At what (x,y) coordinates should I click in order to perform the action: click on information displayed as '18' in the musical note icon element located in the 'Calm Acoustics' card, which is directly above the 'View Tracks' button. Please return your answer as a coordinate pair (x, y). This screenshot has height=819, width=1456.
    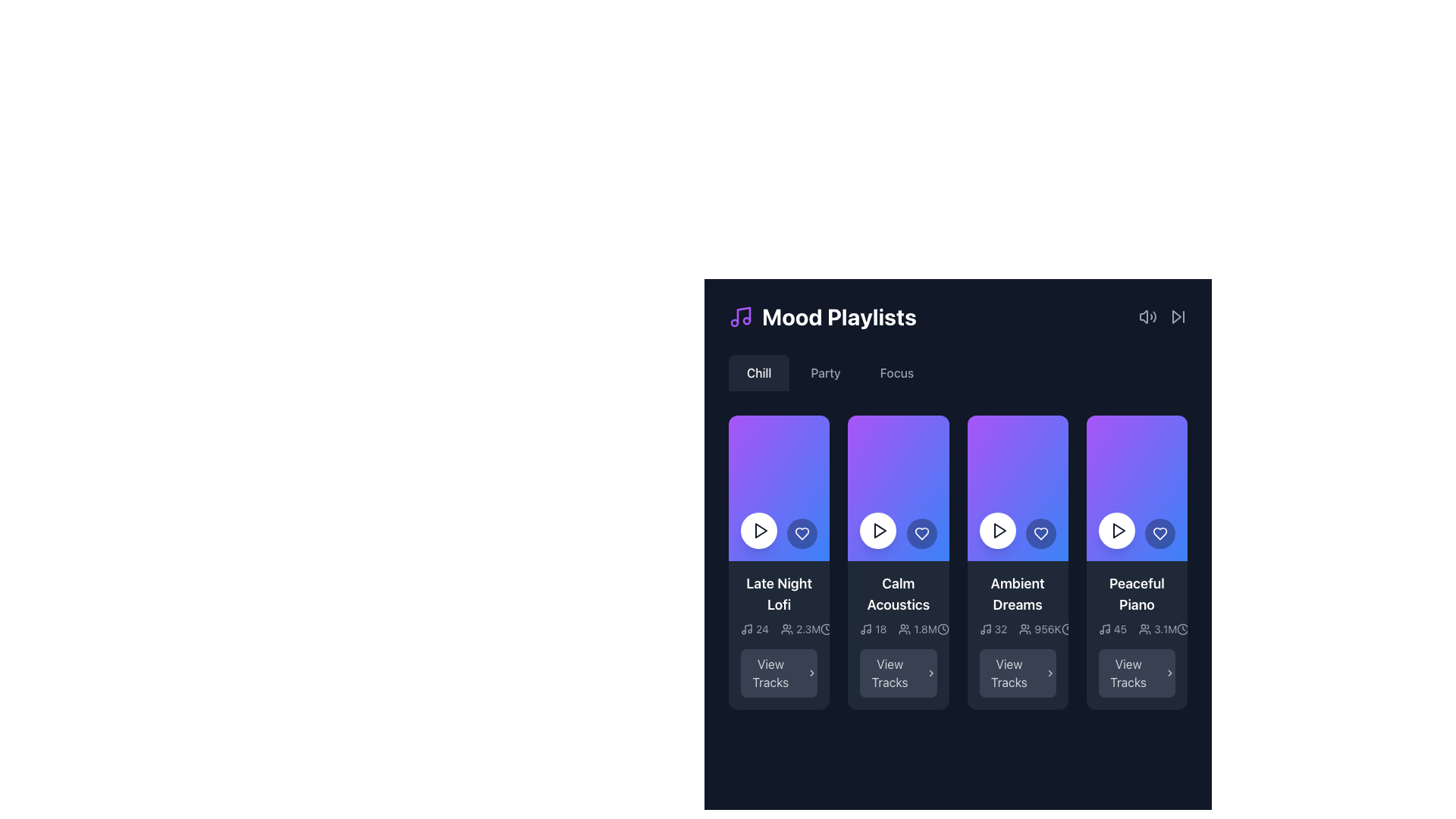
    Looking at the image, I should click on (873, 629).